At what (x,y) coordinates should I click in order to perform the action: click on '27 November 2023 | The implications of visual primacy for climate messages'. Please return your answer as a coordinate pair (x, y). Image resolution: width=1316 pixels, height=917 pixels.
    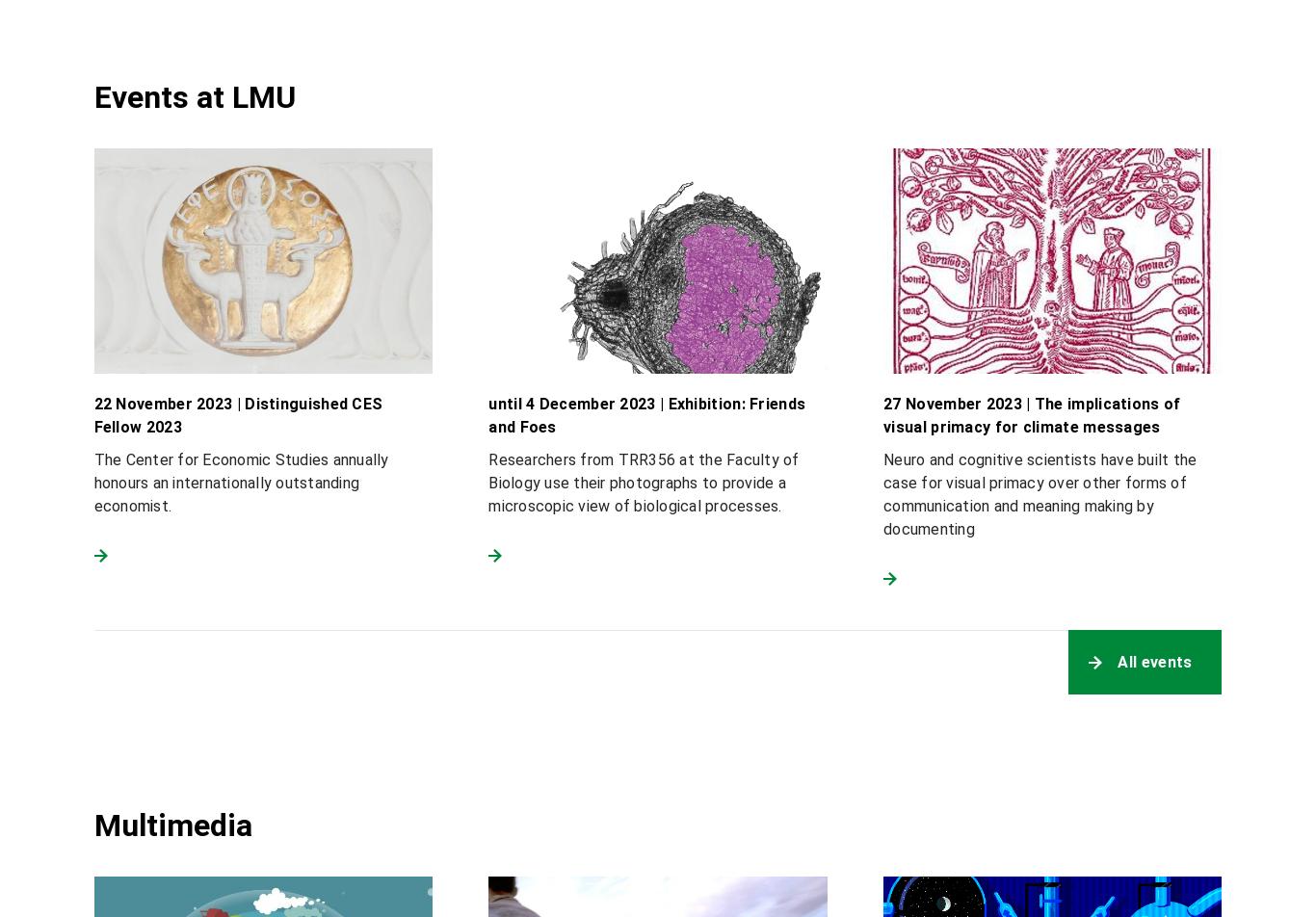
    Looking at the image, I should click on (1030, 415).